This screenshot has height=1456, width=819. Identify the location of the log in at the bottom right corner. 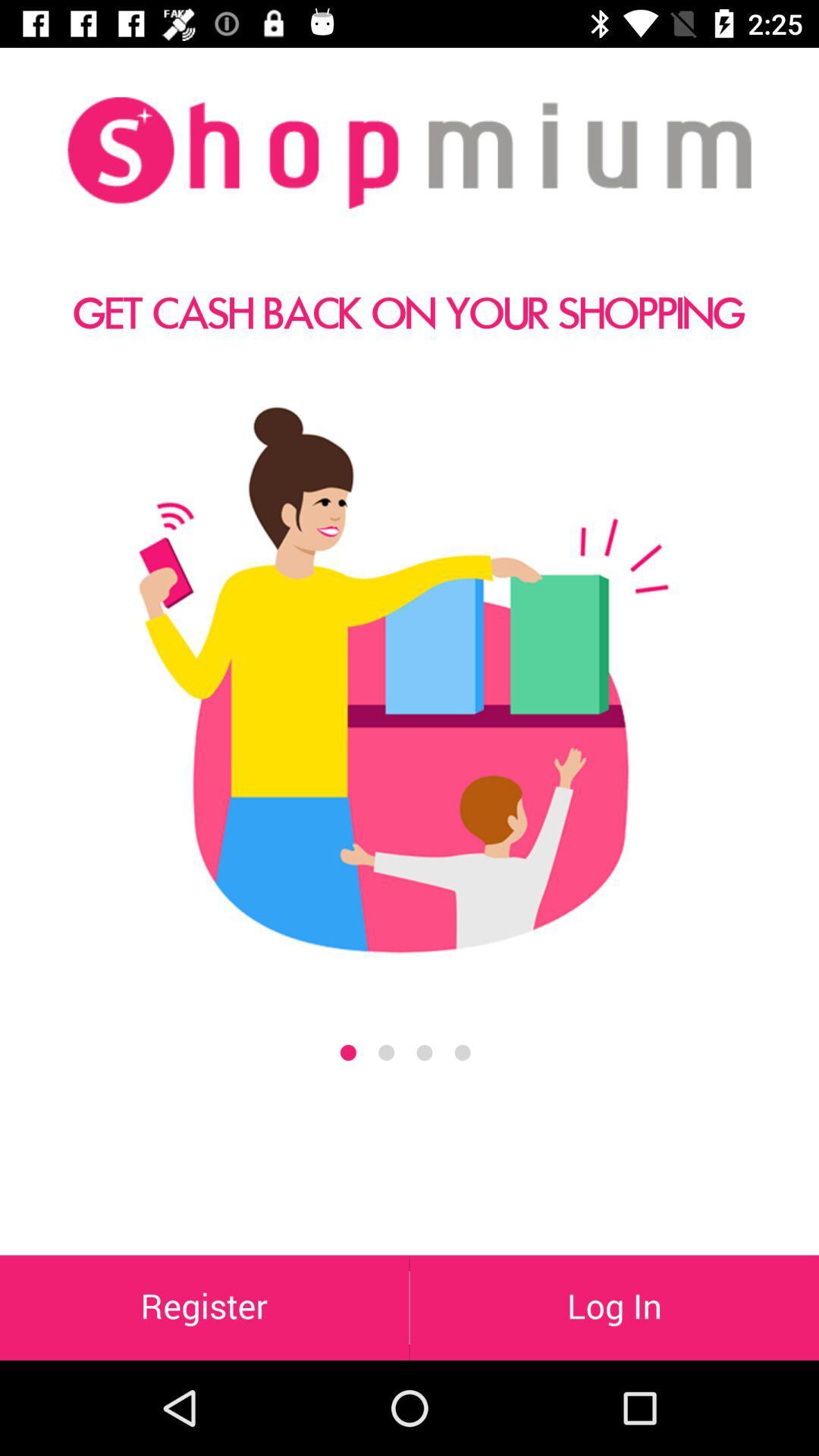
(614, 1307).